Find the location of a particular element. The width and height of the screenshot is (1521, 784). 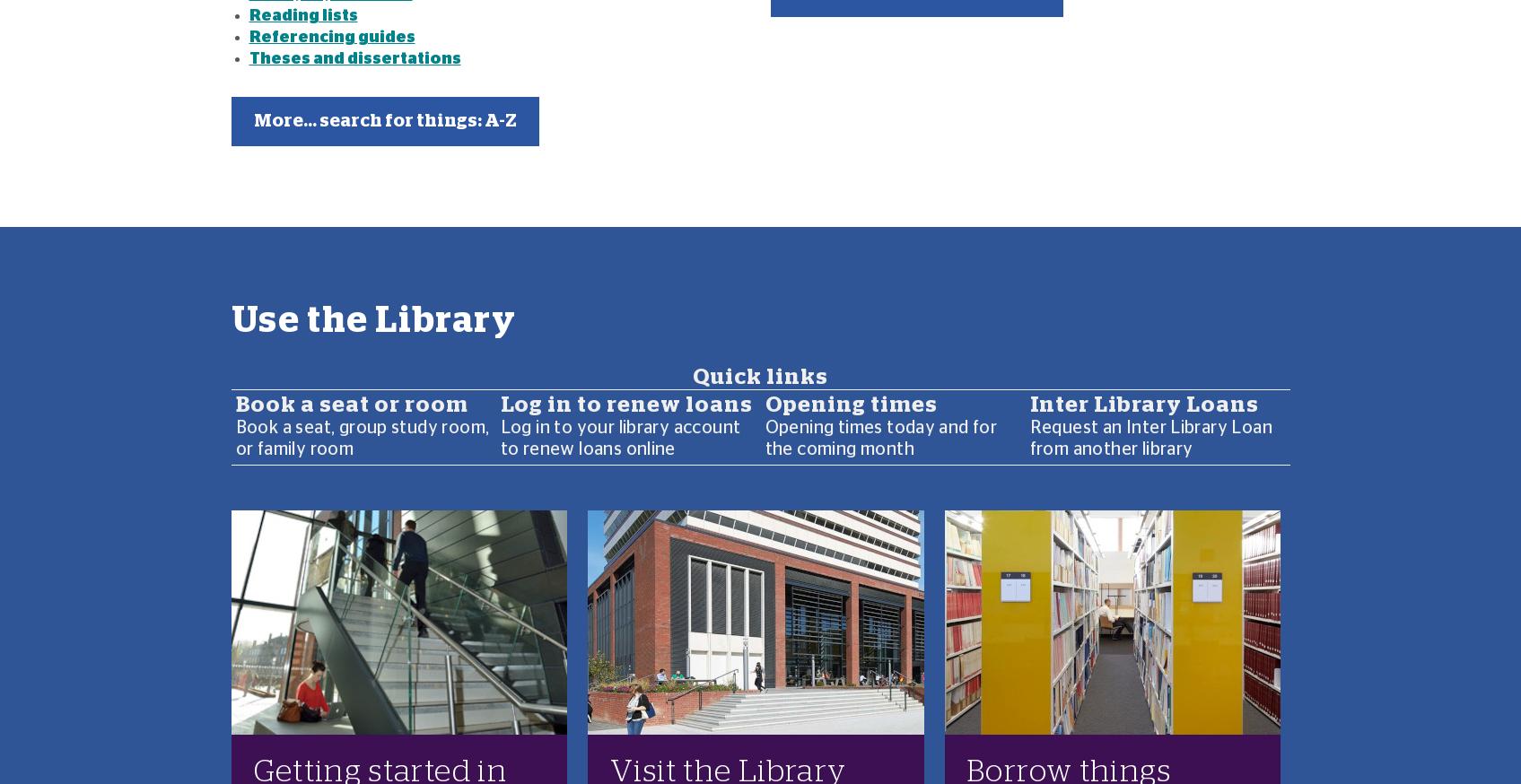

'SharePoint' is located at coordinates (406, 548).